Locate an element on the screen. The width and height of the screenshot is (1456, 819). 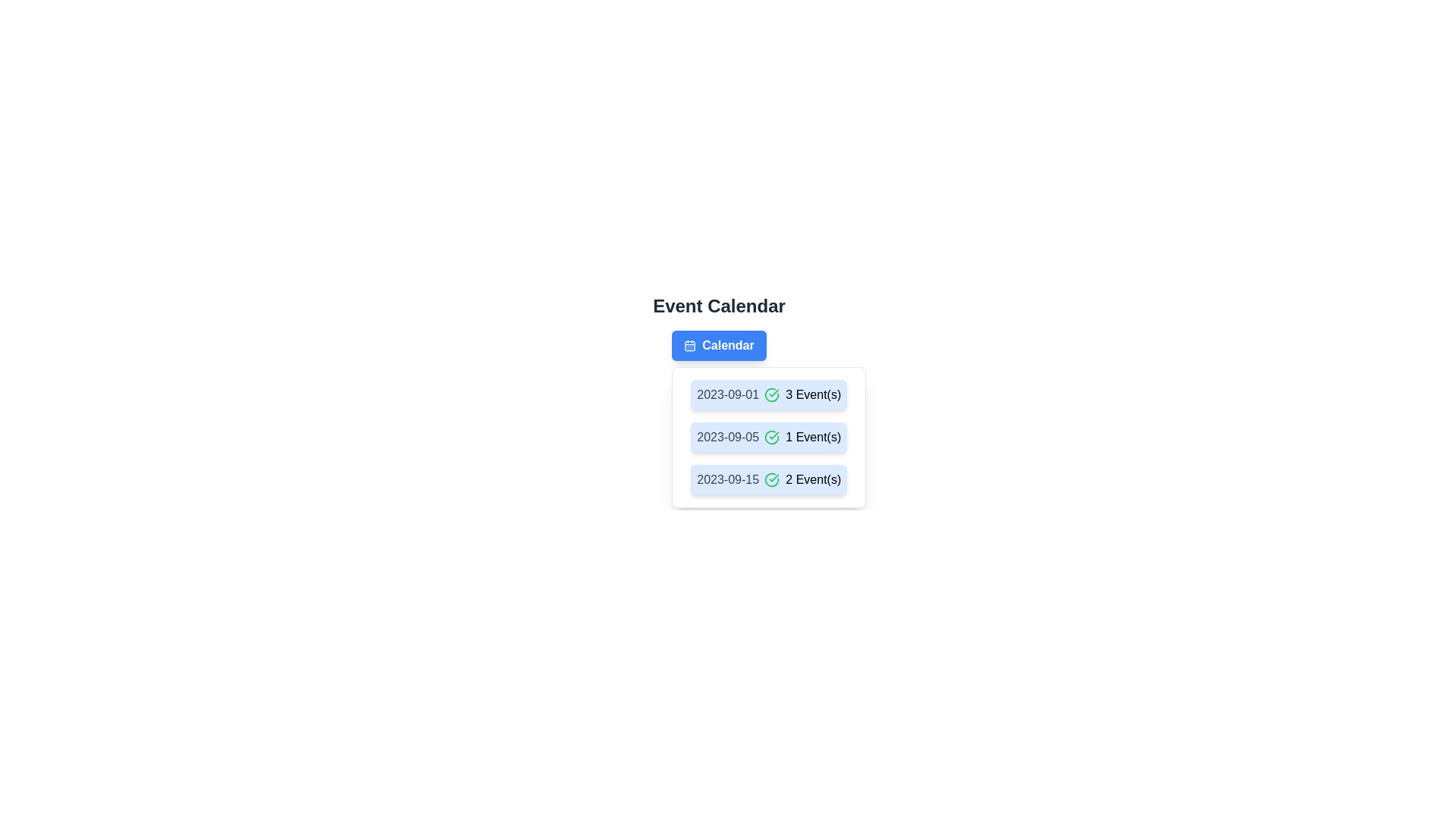
the event summary block for the date '2023-09-05' is located at coordinates (768, 438).